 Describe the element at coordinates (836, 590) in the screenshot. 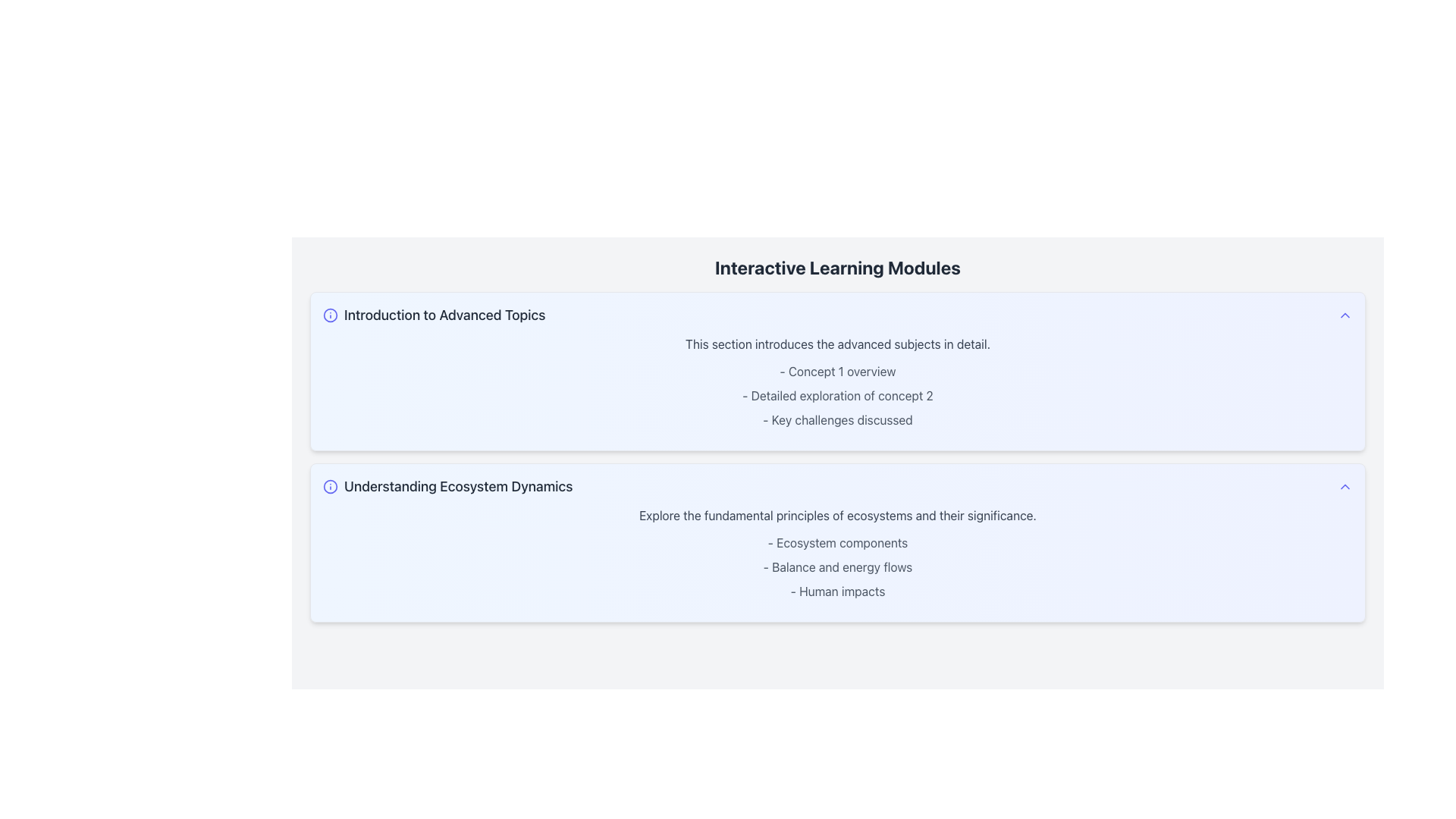

I see `the text element displaying '- Human impacts' in gray color, which is the third item in the bulleted list under 'Understanding Ecosystem Dynamics'` at that location.